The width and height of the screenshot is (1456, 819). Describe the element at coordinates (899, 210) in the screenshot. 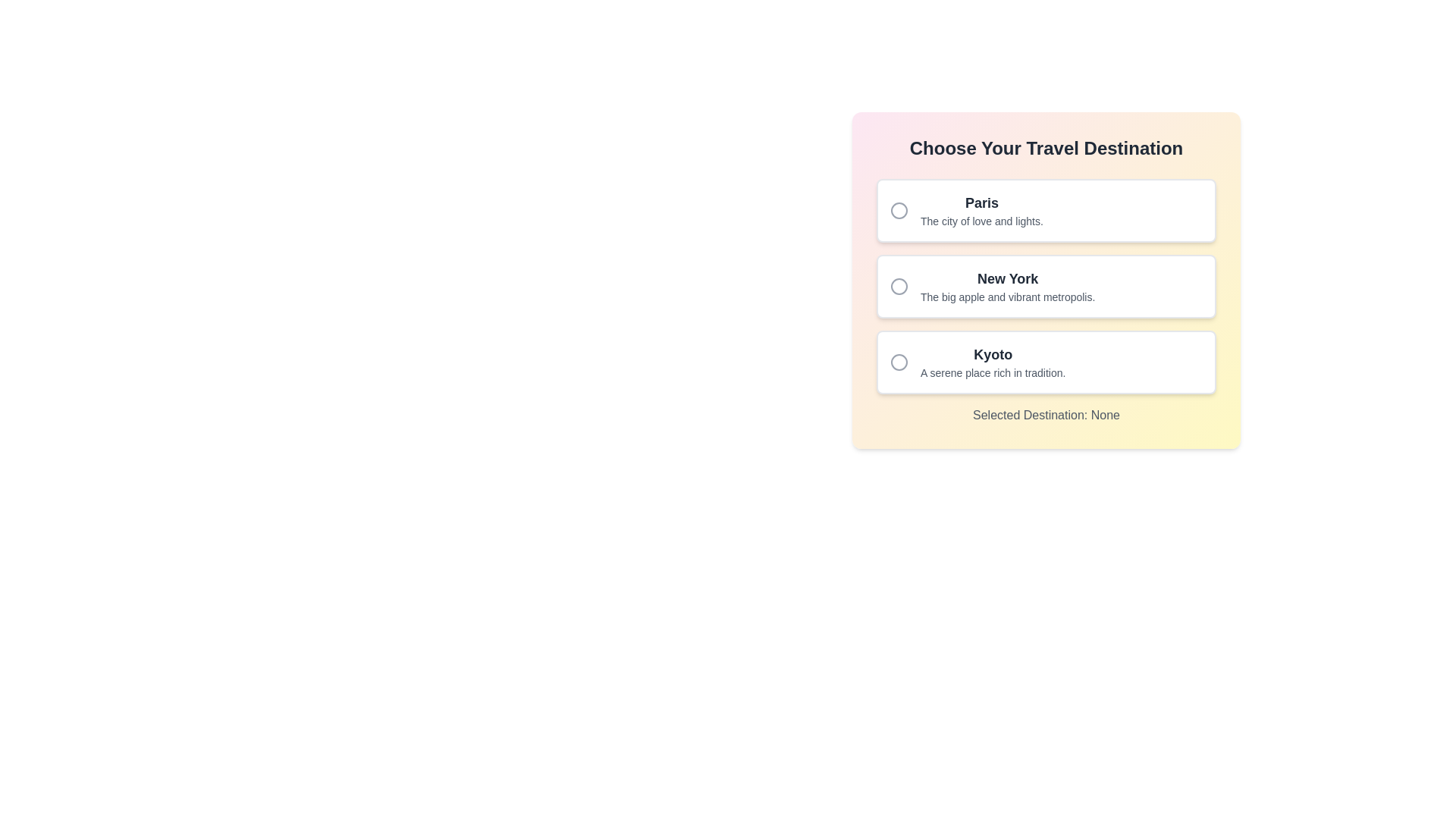

I see `the radio button located to the left of the label 'Paris'` at that location.